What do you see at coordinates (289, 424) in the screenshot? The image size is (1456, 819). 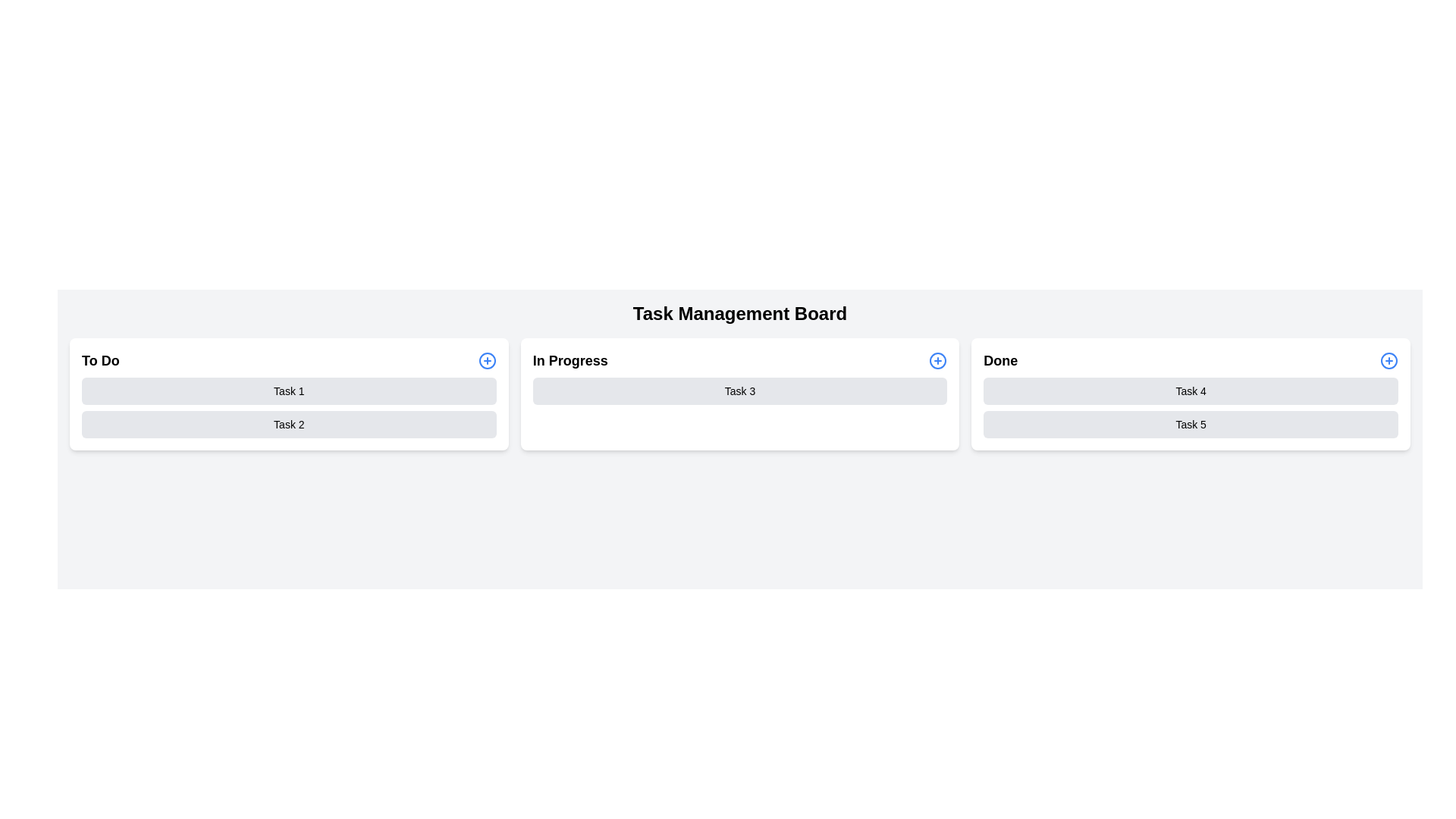 I see `to select the second task in the 'To Do' column of the task management board` at bounding box center [289, 424].